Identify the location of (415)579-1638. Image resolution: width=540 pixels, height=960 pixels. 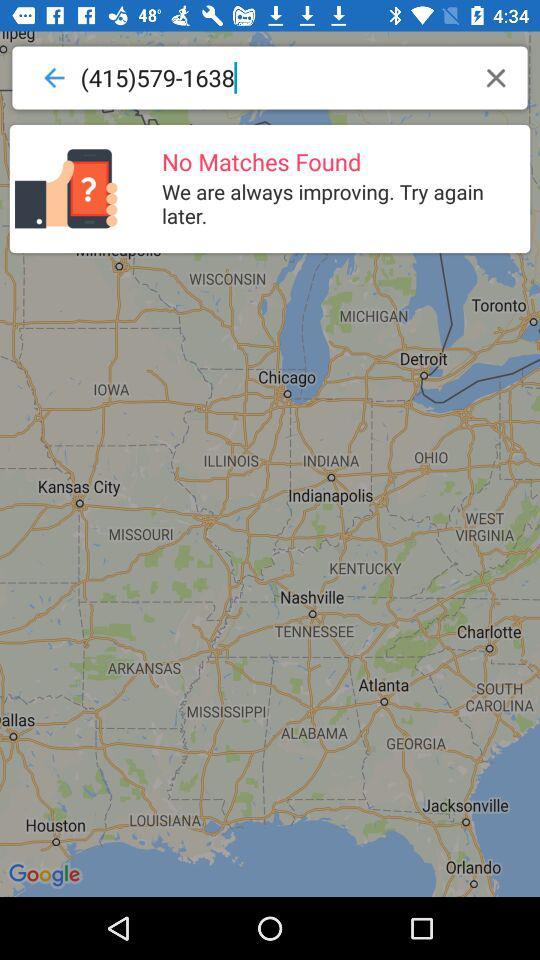
(274, 77).